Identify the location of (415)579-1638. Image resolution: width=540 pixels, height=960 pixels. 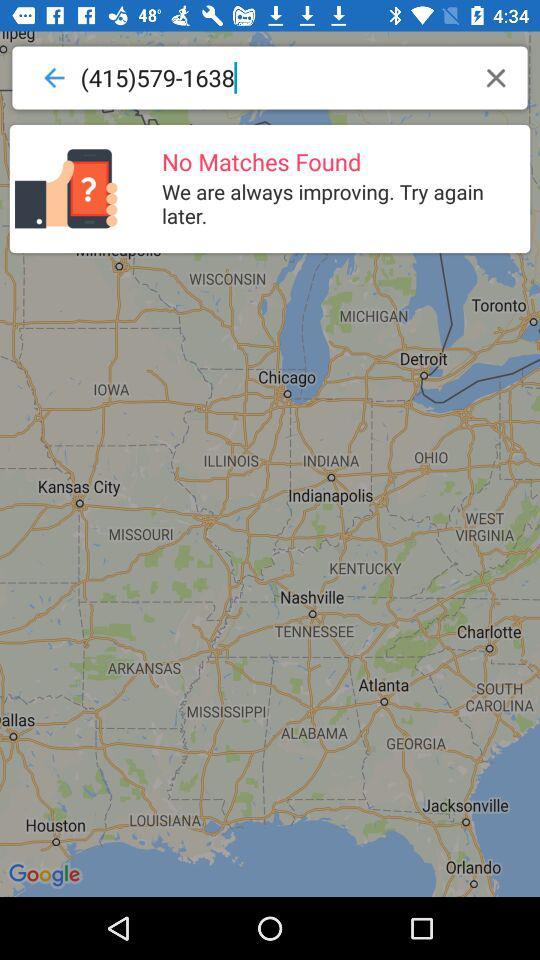
(274, 77).